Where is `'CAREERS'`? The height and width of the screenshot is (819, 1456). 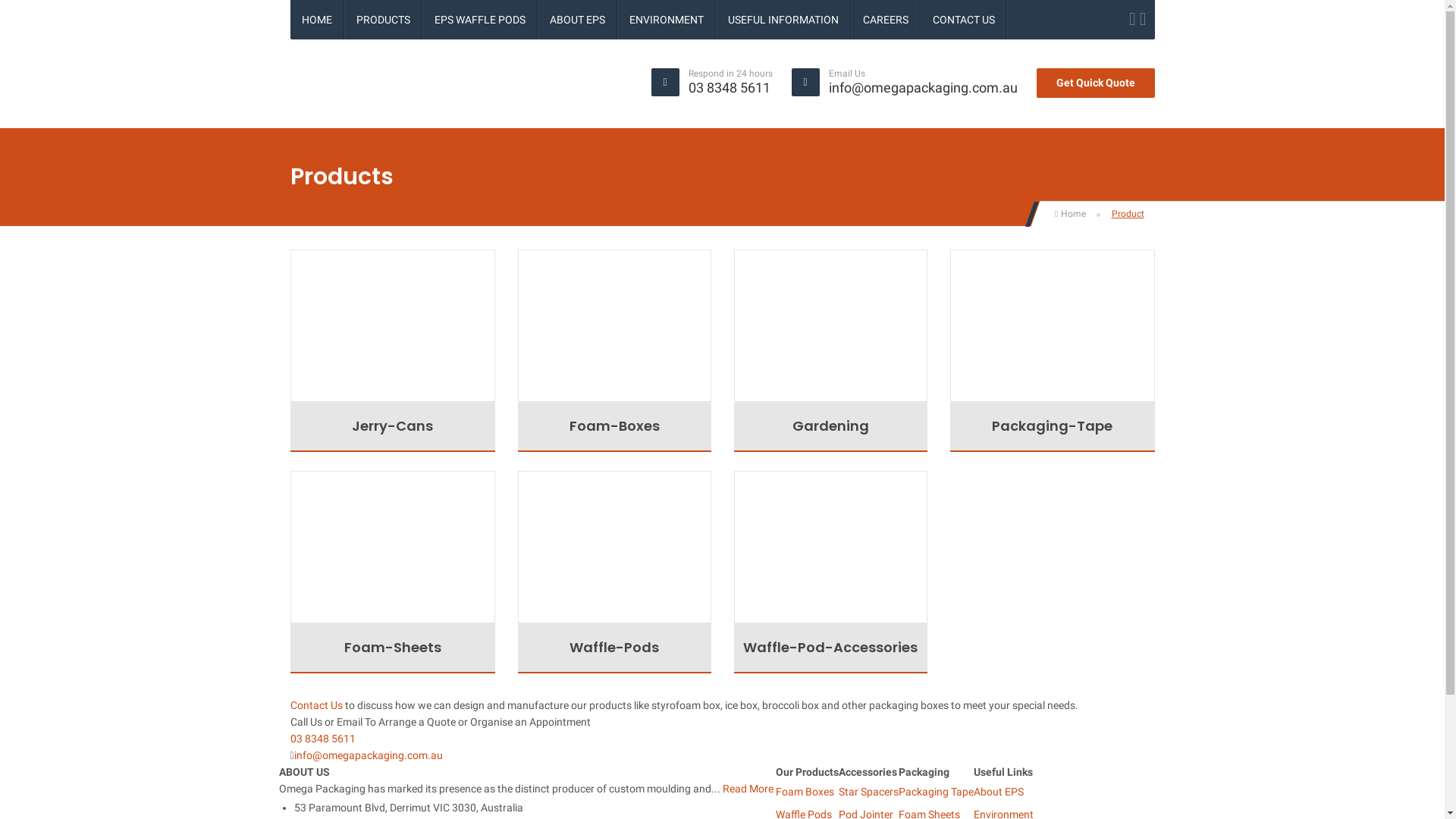
'CAREERS' is located at coordinates (884, 20).